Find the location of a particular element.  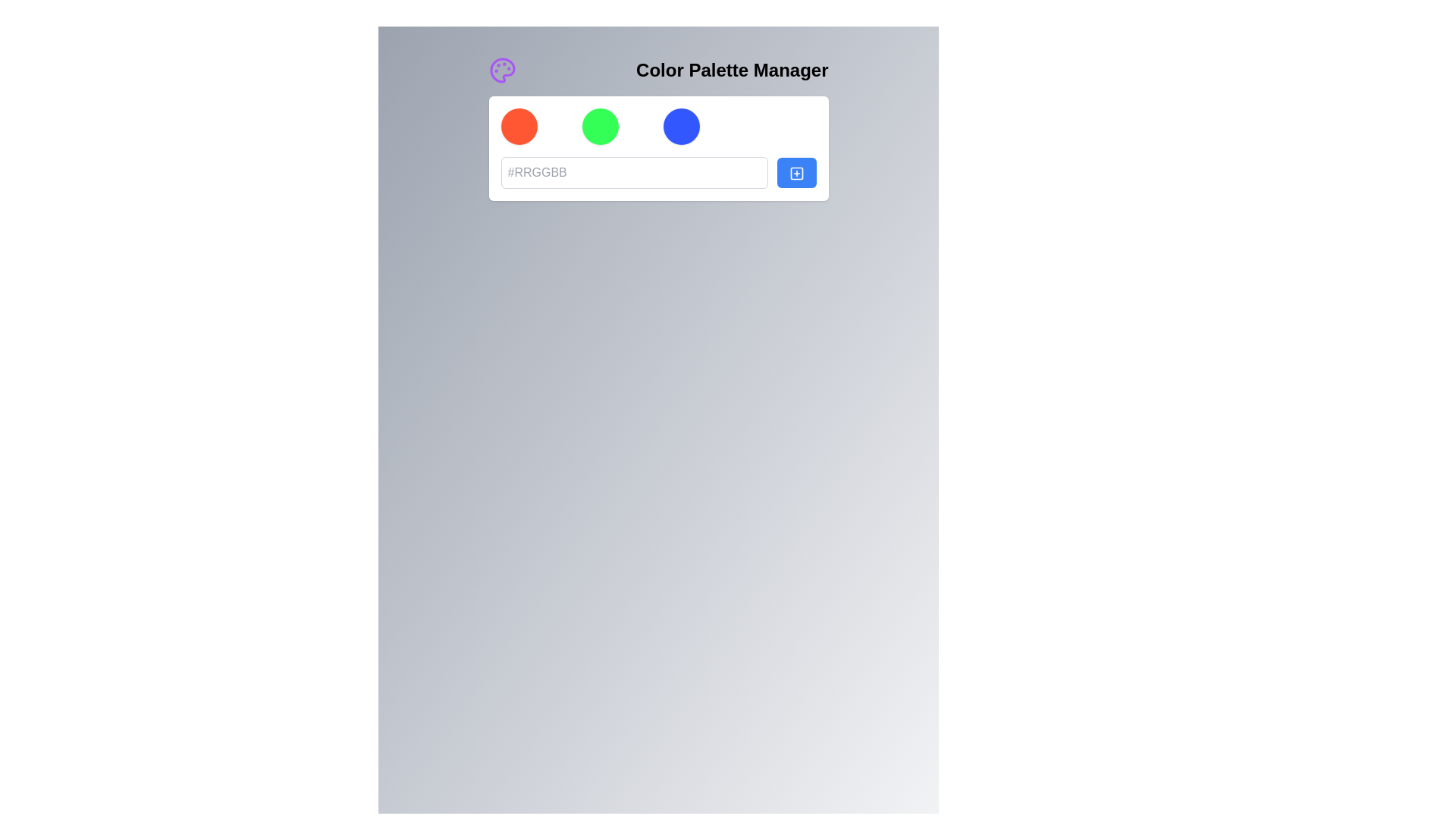

the '+' icon inside the rectangular blue button is located at coordinates (795, 172).